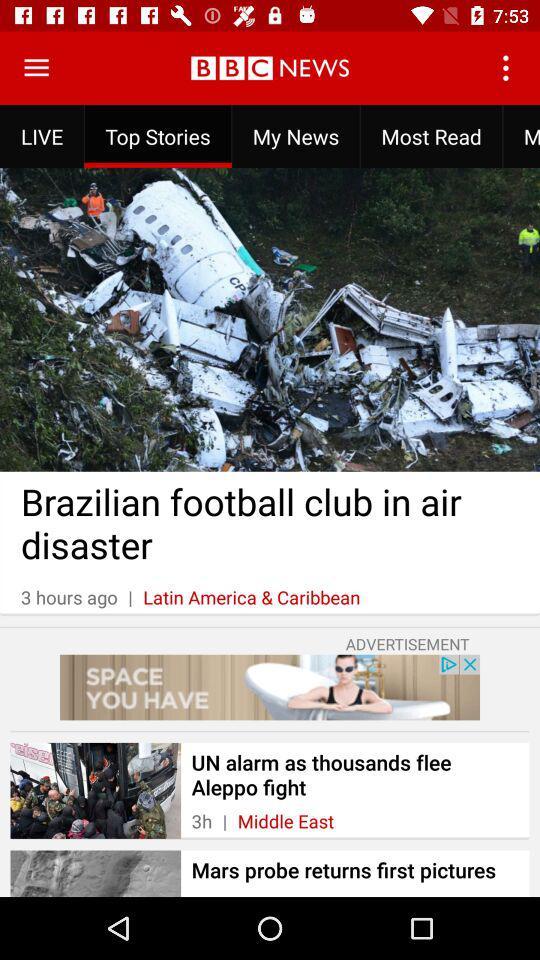  Describe the element at coordinates (270, 687) in the screenshot. I see `visit advertiser website` at that location.